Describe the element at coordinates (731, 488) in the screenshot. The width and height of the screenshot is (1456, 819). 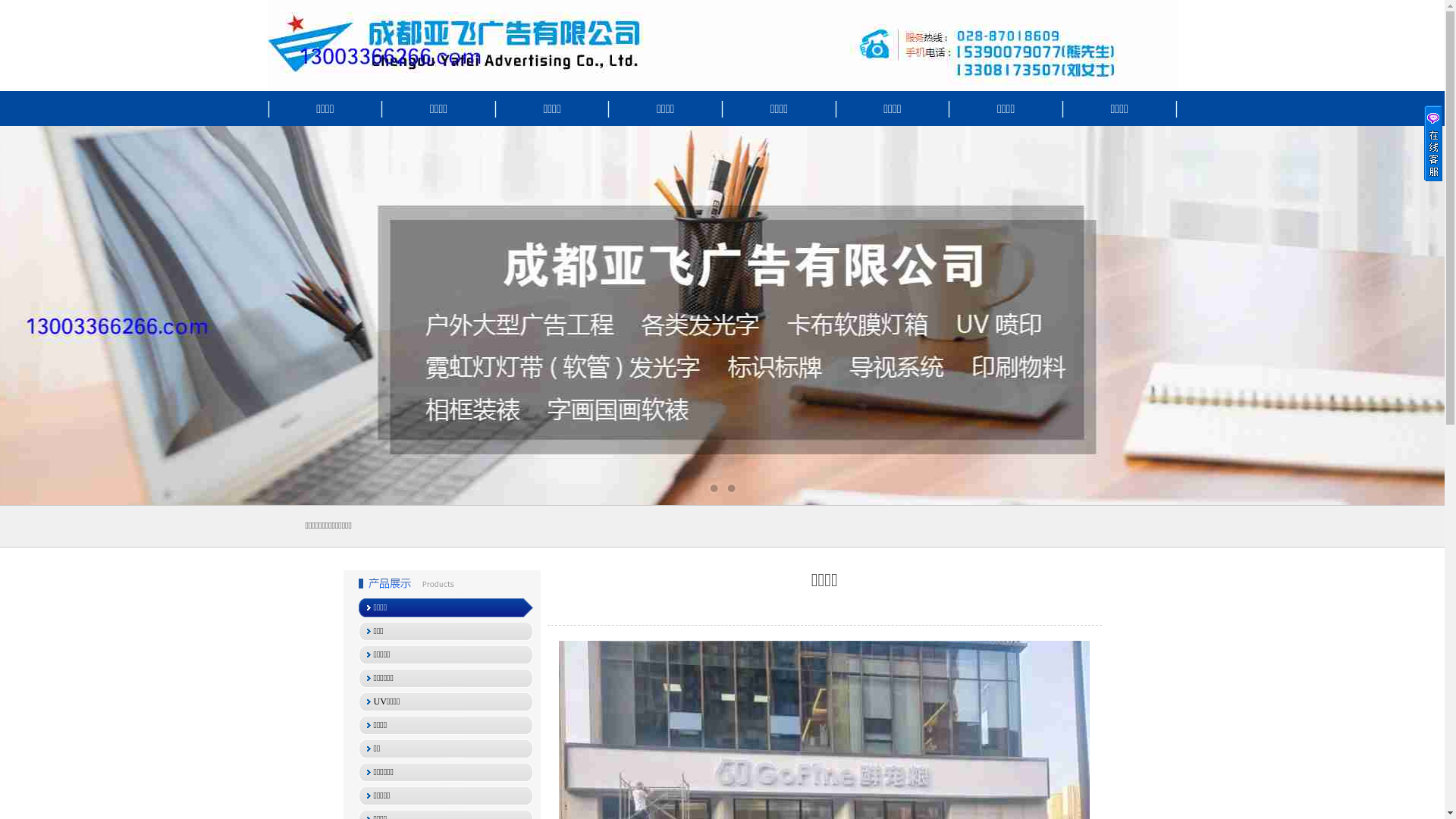
I see `'2'` at that location.